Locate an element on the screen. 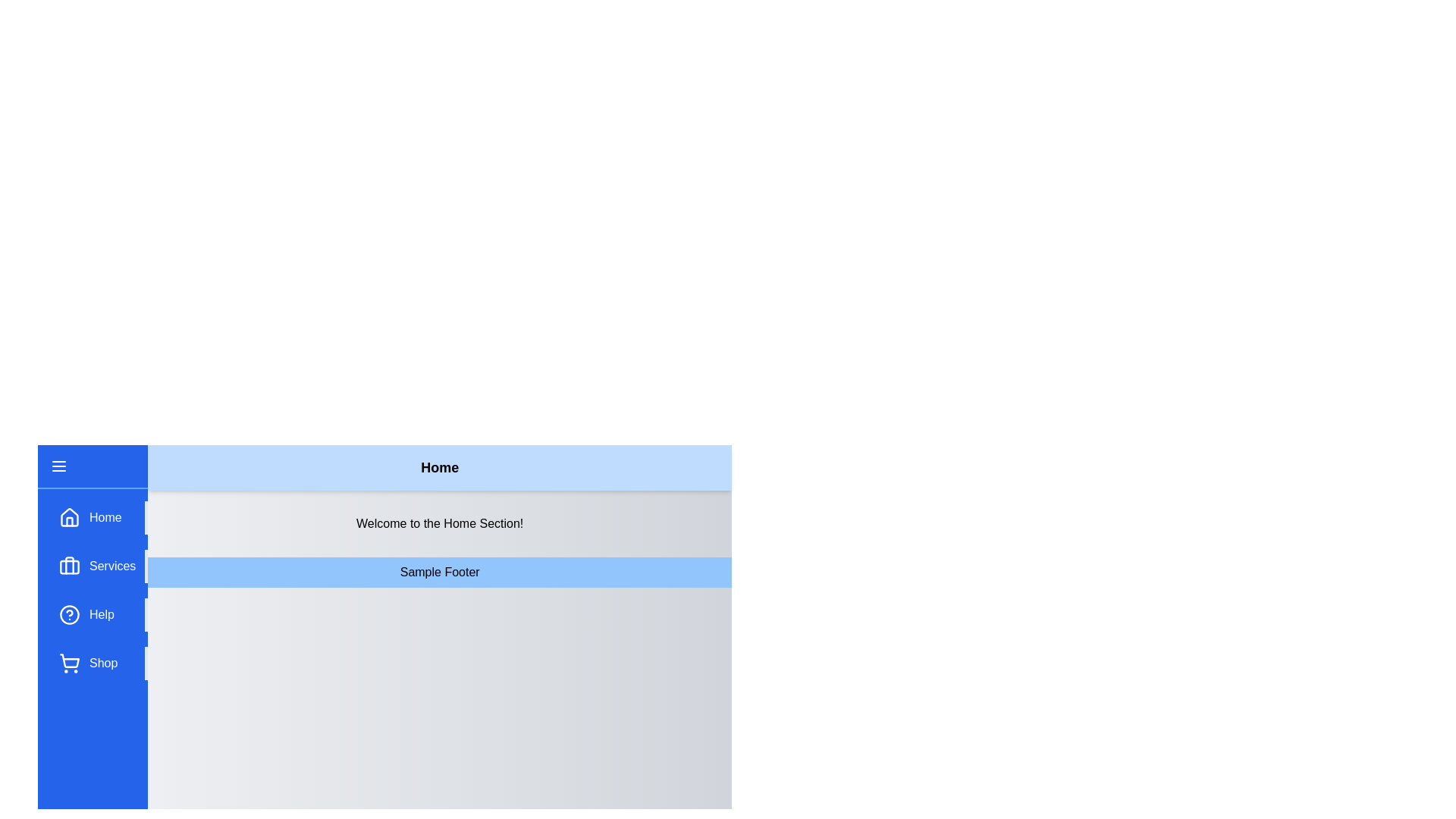 This screenshot has width=1456, height=819. the third navigational button in the vertical list located on the left sidebar is located at coordinates (98, 614).